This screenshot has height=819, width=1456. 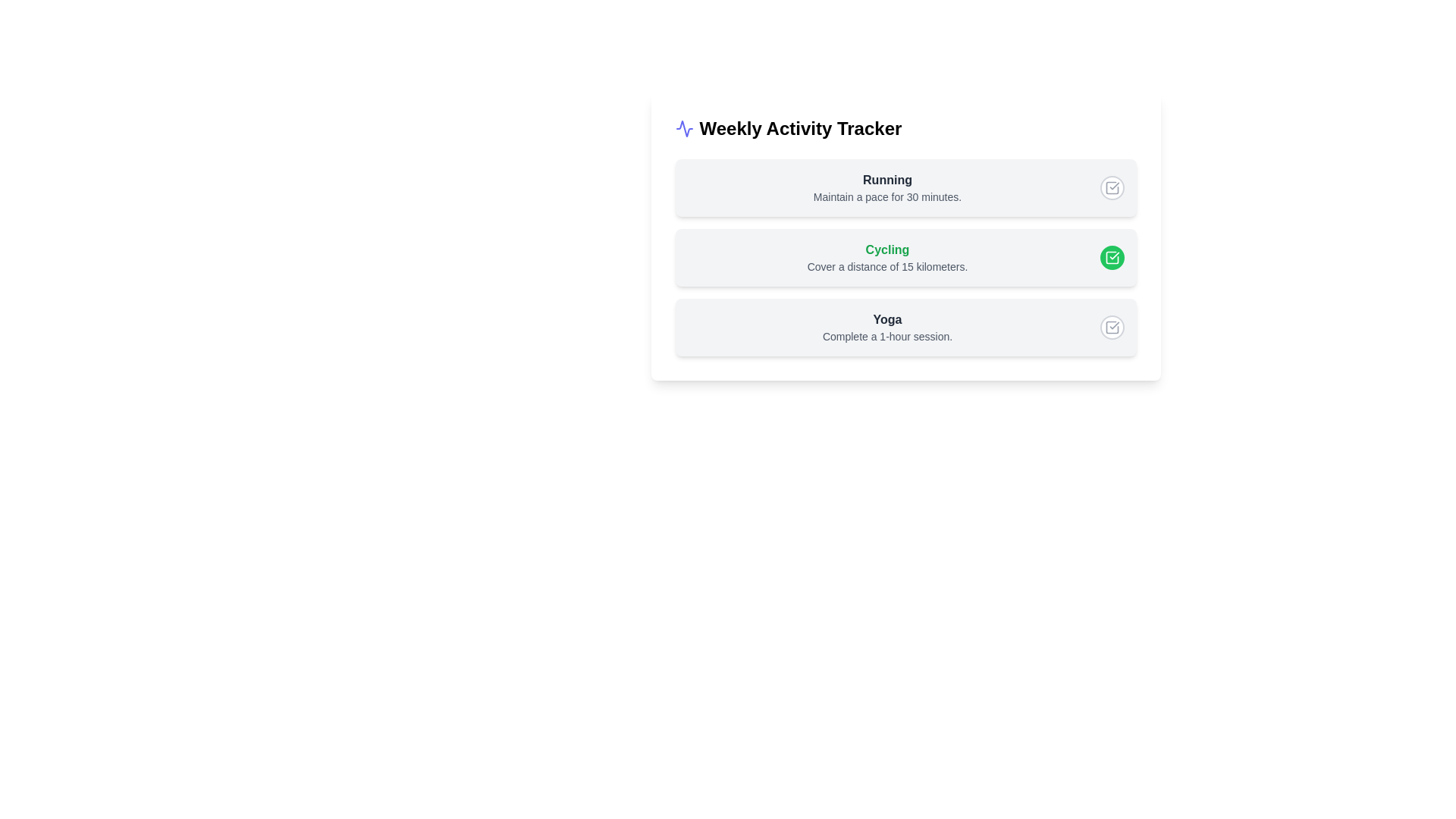 I want to click on text displayed in the middle activity card, which indicates 'Cycling' and its goal of 'Cover a distance of 15 kilometers.', so click(x=887, y=256).